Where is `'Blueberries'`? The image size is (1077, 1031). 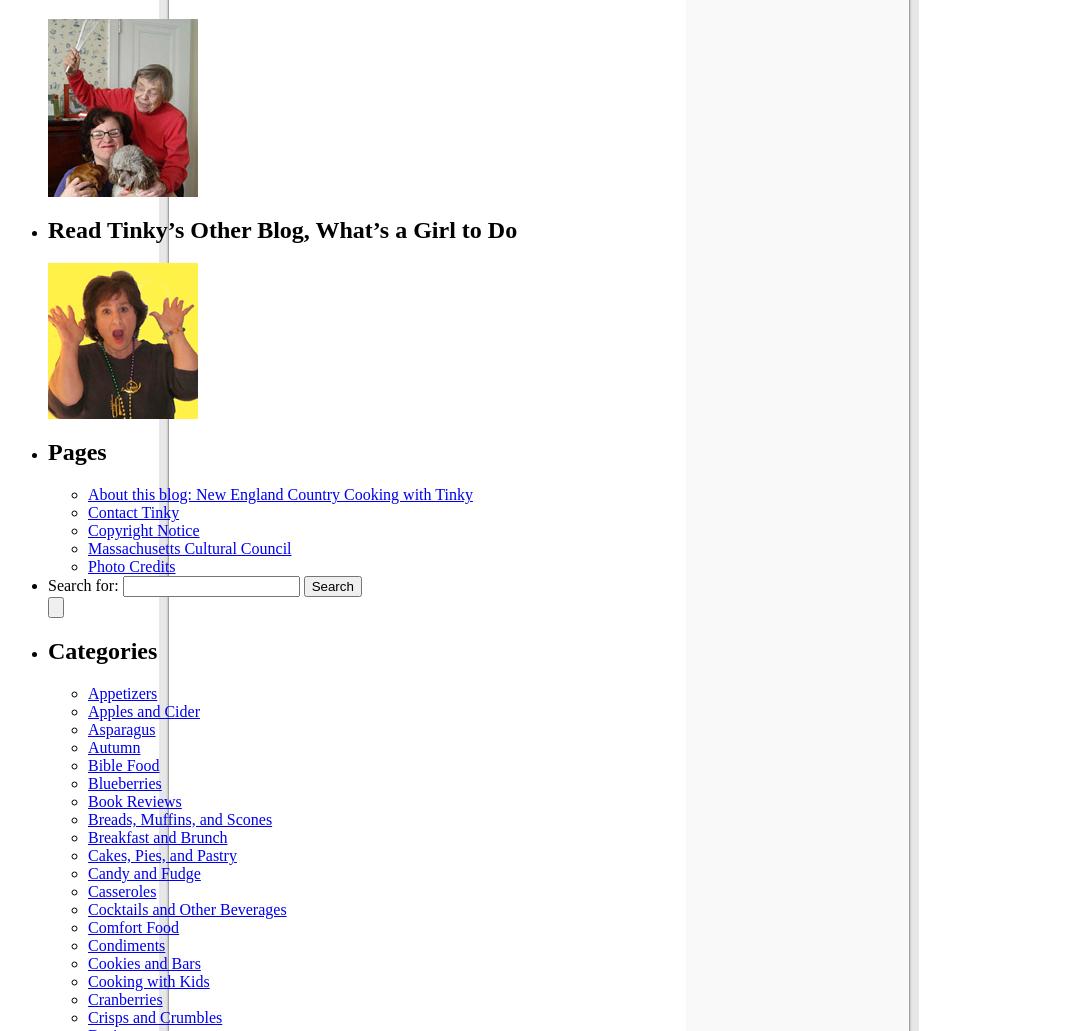 'Blueberries' is located at coordinates (123, 782).